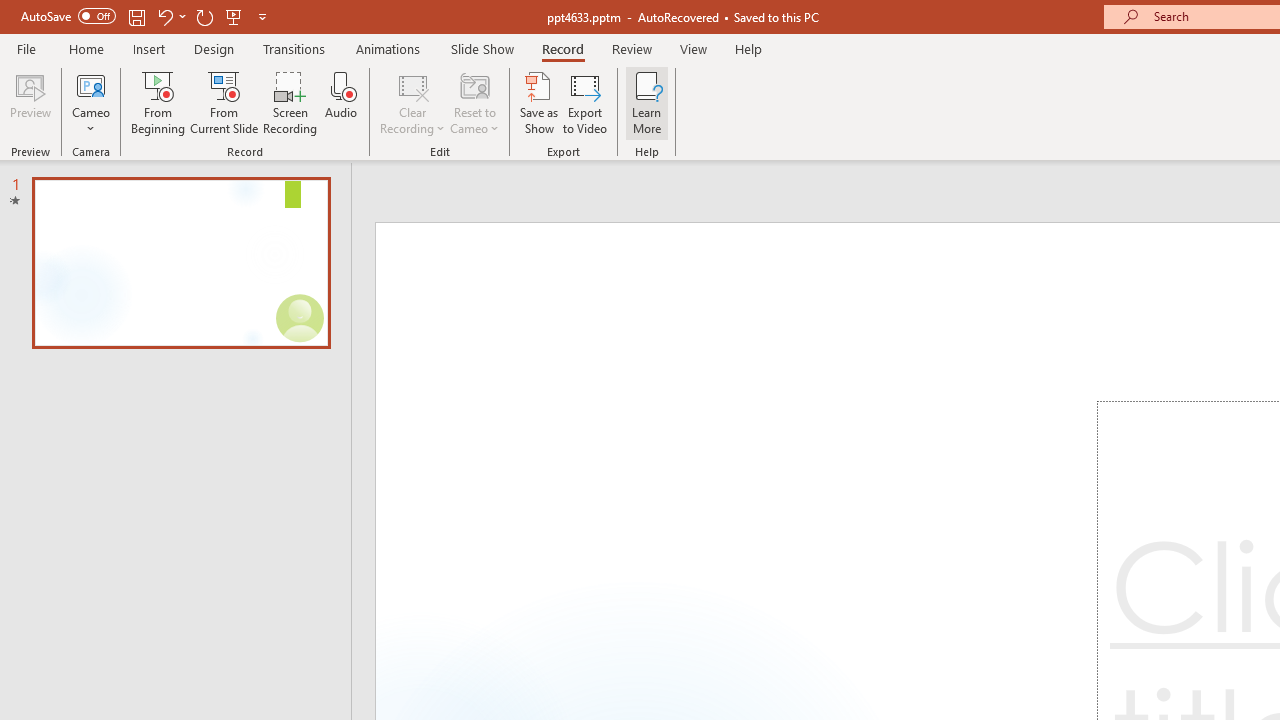 Image resolution: width=1280 pixels, height=720 pixels. What do you see at coordinates (30, 103) in the screenshot?
I see `'Preview'` at bounding box center [30, 103].